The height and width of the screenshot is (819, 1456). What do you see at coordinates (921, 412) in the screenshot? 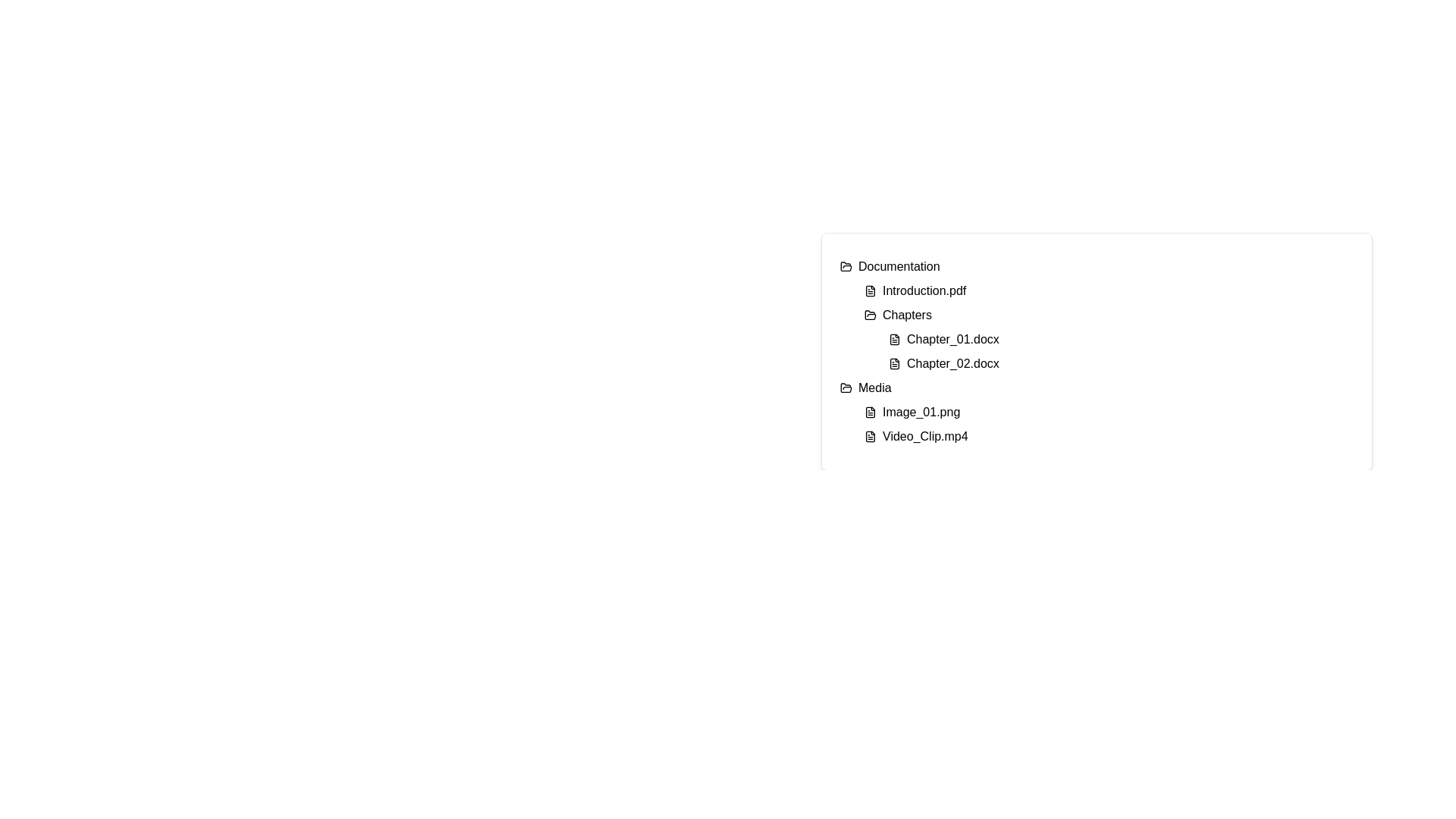
I see `the text label displaying 'Image_01.png'` at bounding box center [921, 412].